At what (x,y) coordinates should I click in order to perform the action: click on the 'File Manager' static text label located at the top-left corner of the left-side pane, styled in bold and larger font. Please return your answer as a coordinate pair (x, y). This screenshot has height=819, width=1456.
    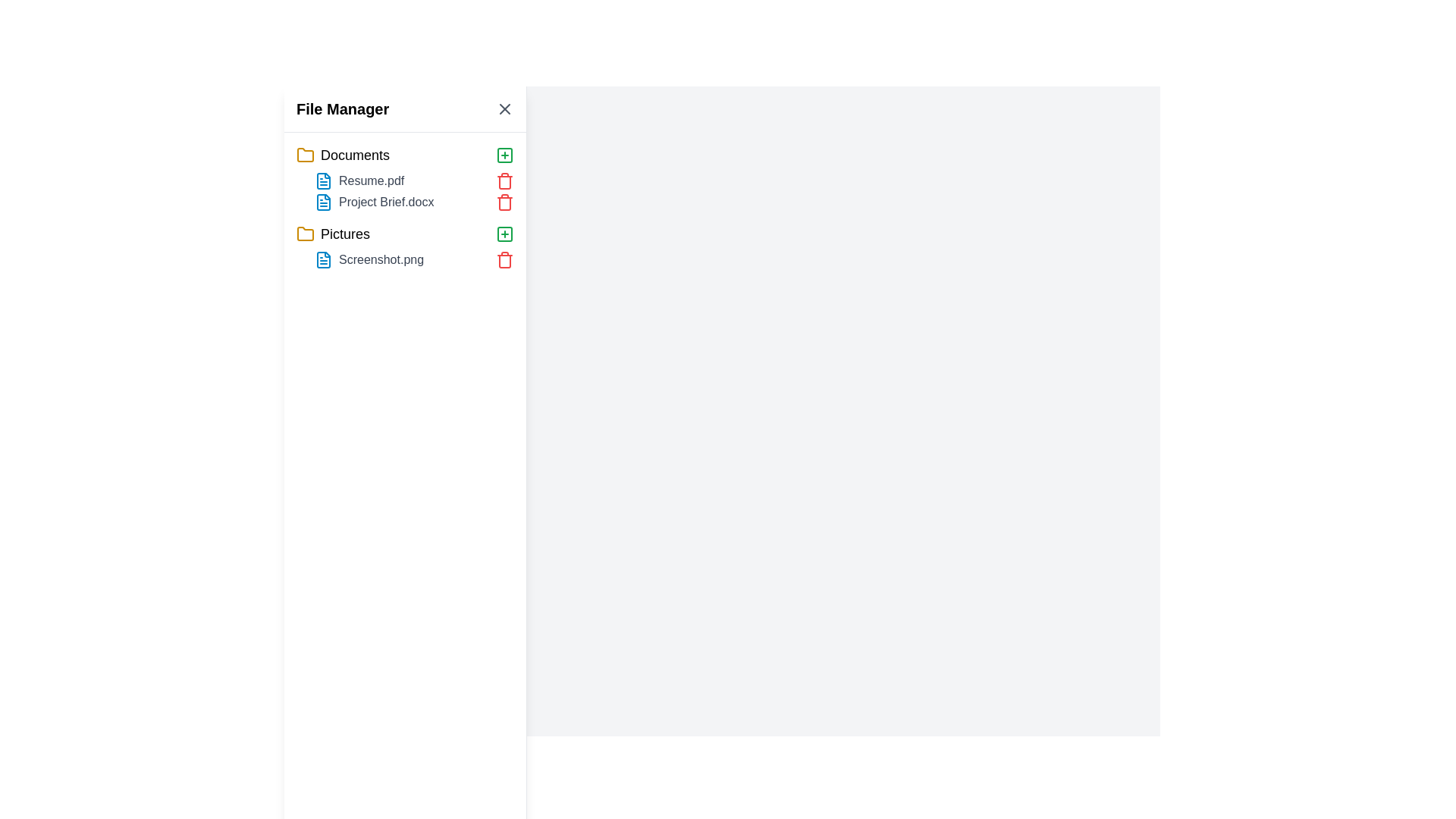
    Looking at the image, I should click on (342, 108).